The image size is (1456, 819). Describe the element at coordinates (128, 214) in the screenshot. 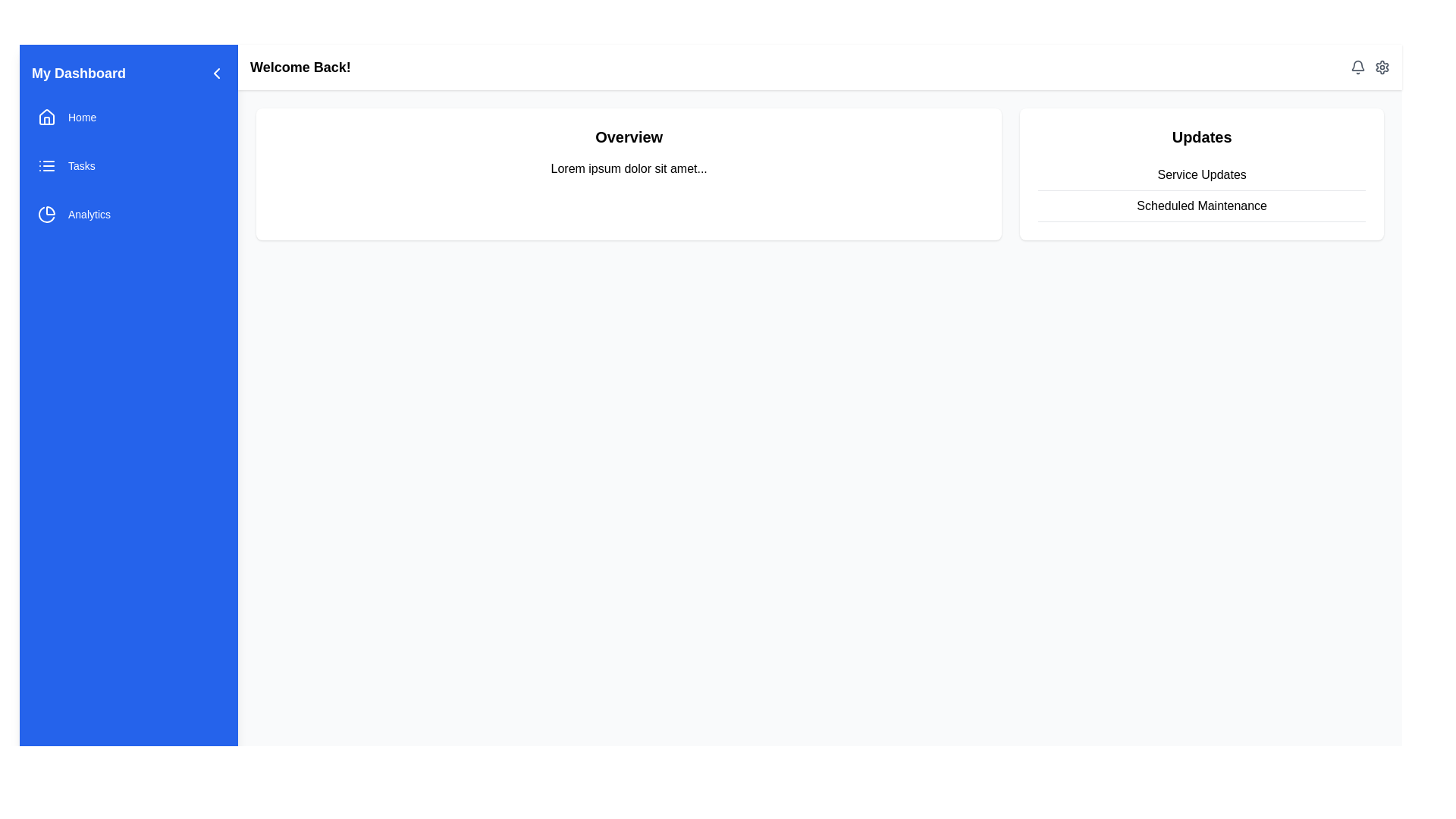

I see `the third entry in the blue sidebar navigation menu` at that location.